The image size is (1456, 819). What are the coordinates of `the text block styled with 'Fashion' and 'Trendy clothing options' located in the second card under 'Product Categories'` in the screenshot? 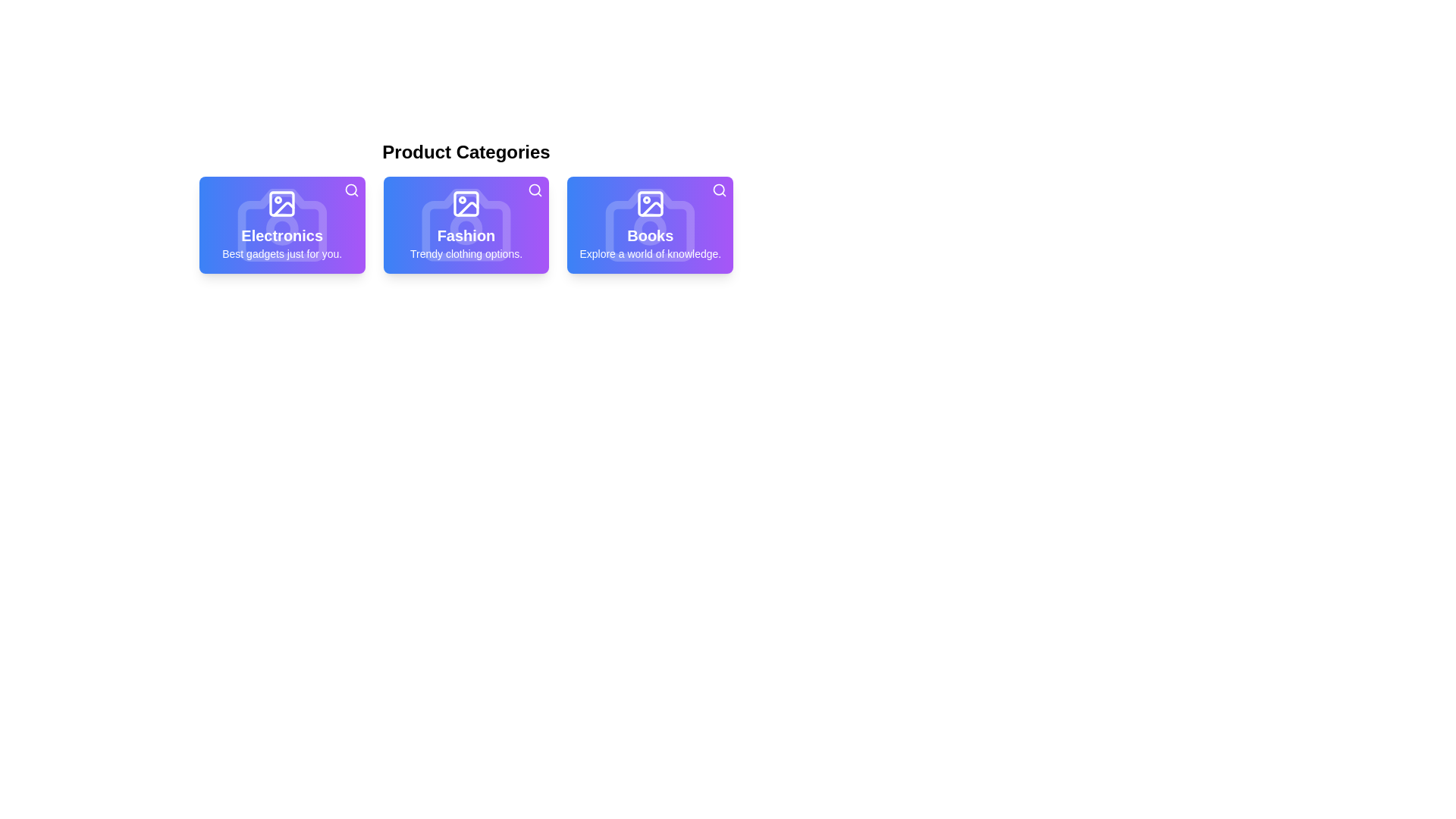 It's located at (465, 225).